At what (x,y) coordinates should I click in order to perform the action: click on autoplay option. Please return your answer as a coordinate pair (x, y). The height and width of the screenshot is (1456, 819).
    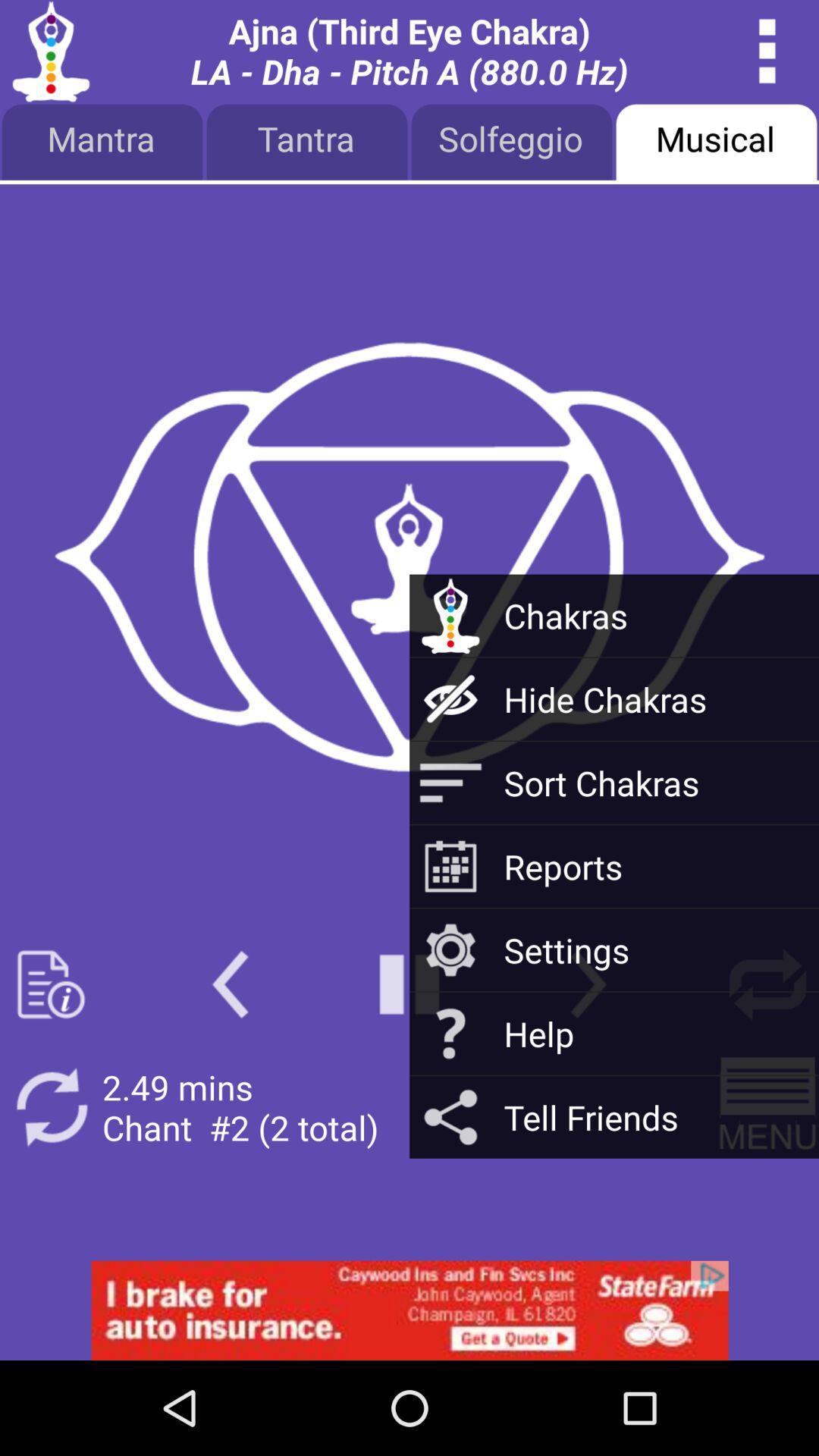
    Looking at the image, I should click on (767, 1107).